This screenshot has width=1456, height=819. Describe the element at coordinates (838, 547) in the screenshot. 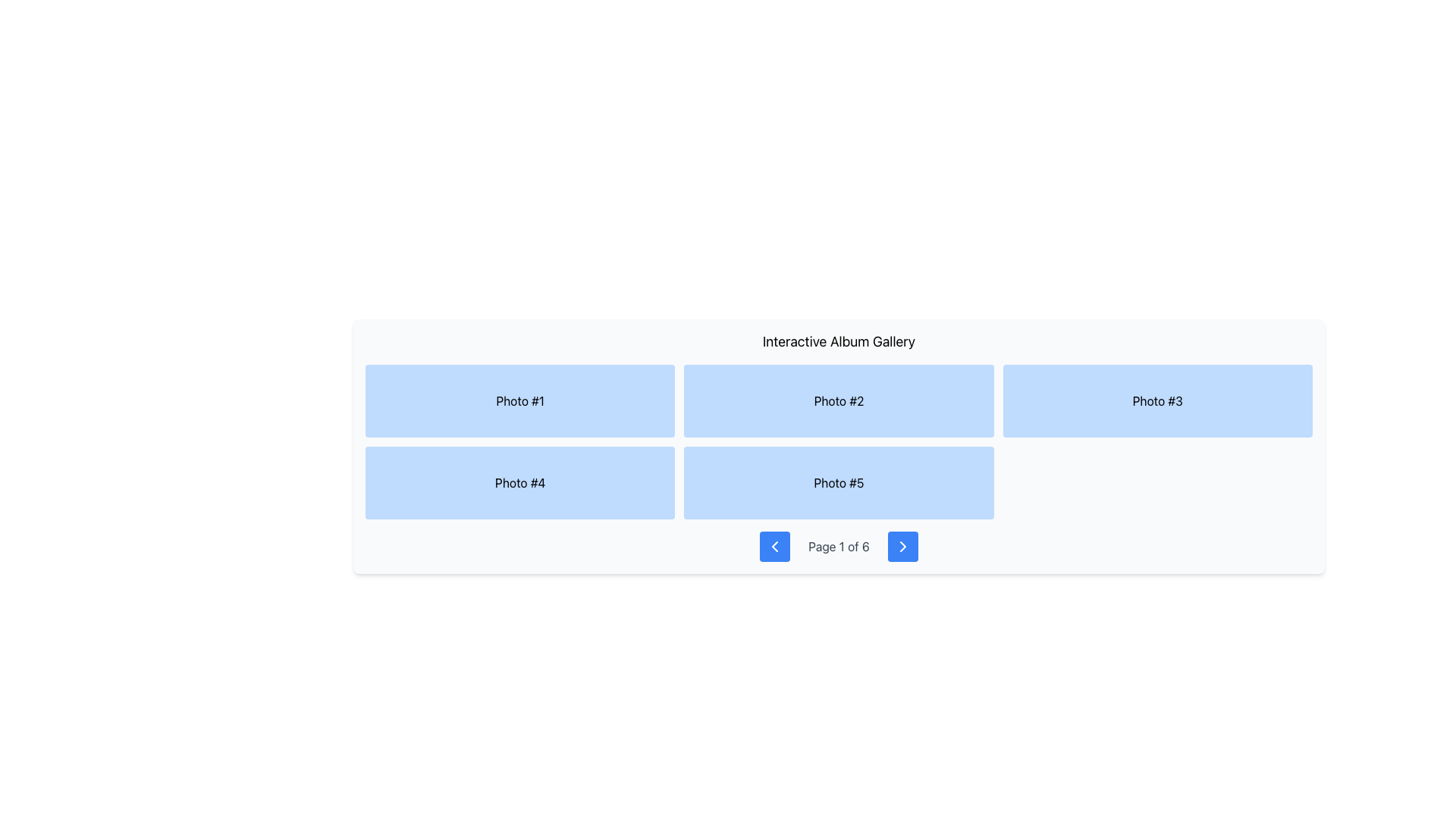

I see `the text element displaying 'Page 1 of 6', which is styled in gray and located between the left and right arrow buttons below the photo gallery` at that location.